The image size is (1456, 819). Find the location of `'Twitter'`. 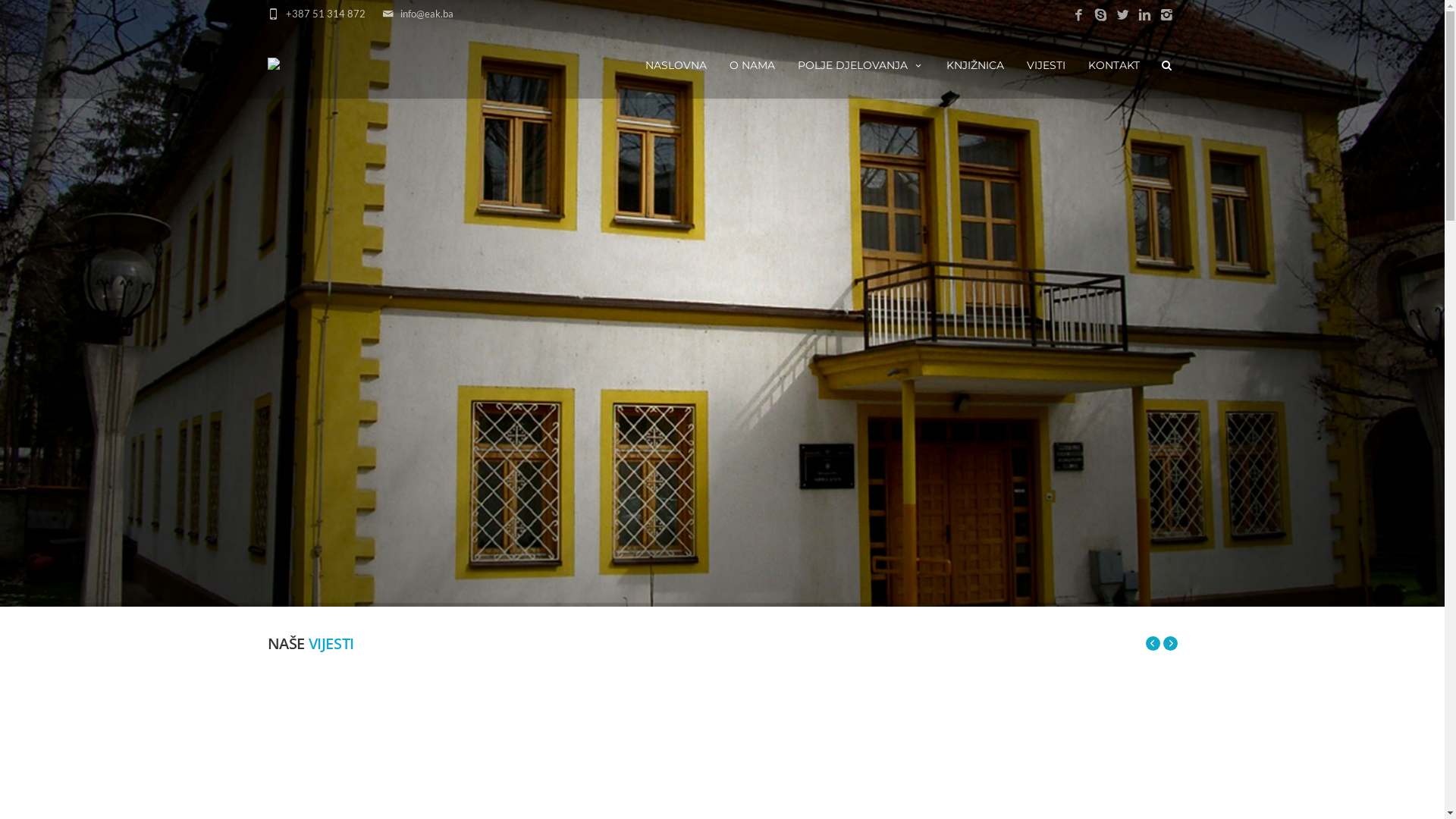

'Twitter' is located at coordinates (1097, 791).